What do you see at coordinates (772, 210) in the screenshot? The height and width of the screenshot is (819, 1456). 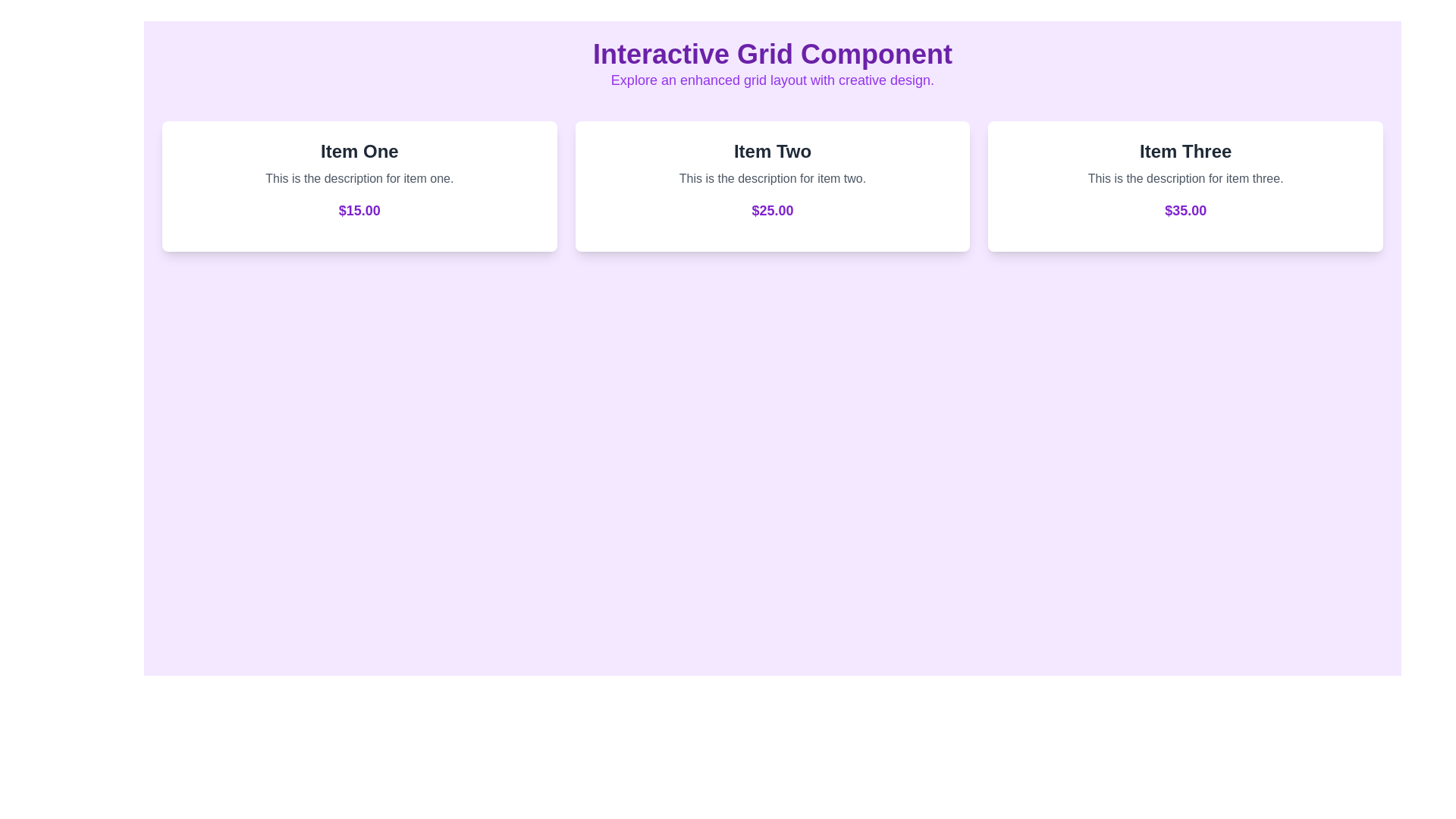 I see `the text label displaying '$25.00' in purple bold font, located underneath the description in the 'Item Two' card` at bounding box center [772, 210].